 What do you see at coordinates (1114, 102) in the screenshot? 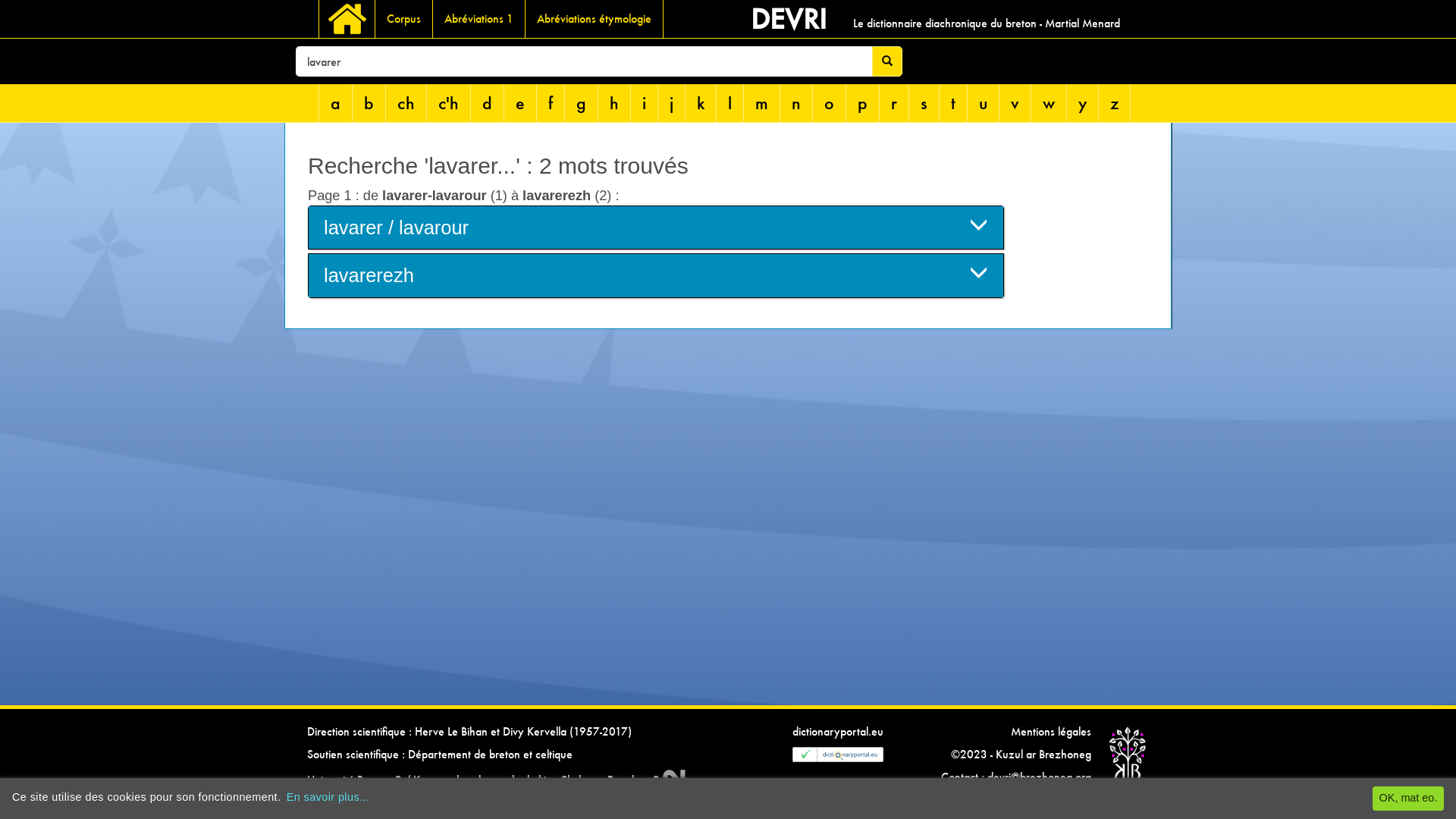
I see `'z'` at bounding box center [1114, 102].